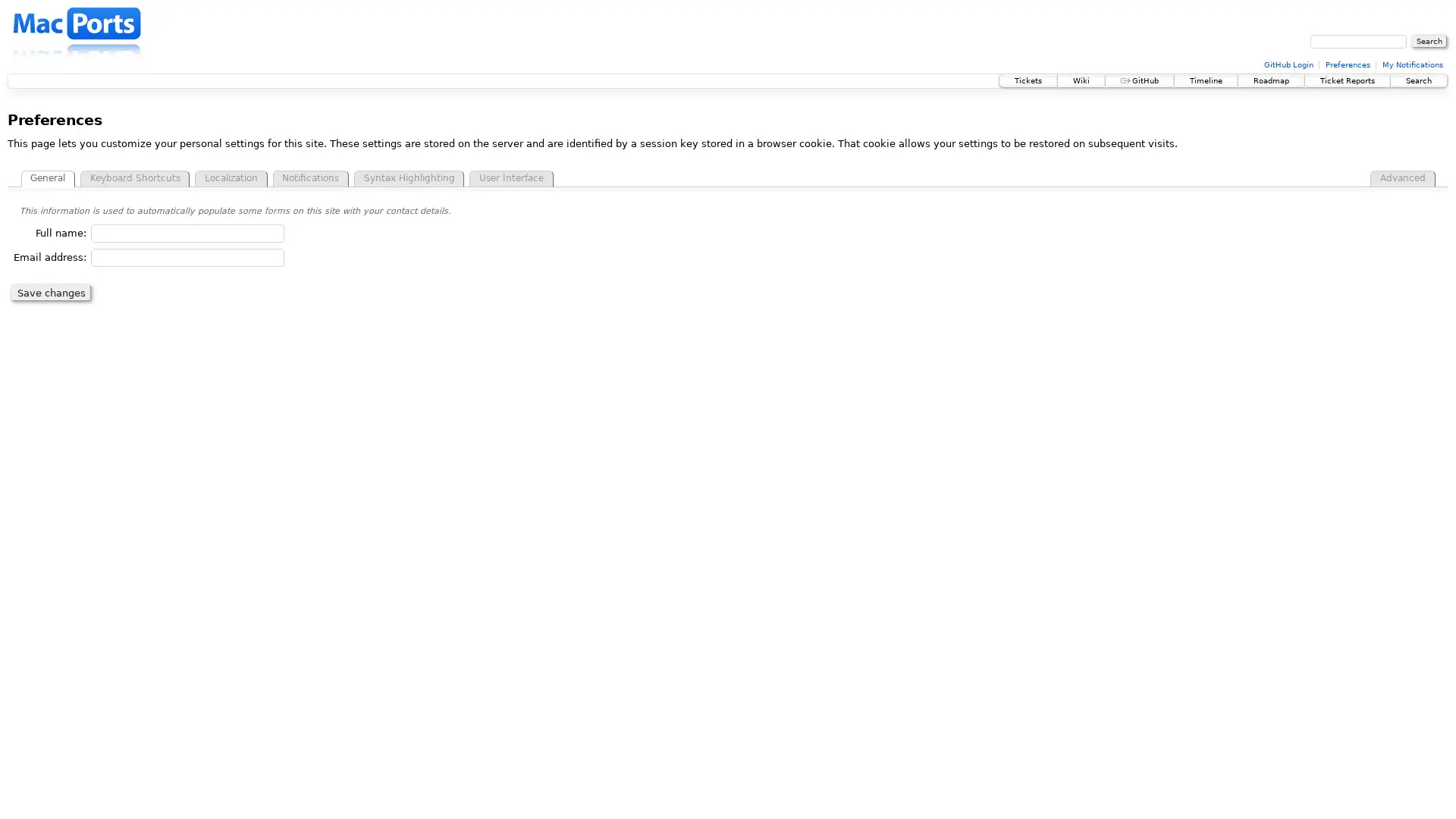 The width and height of the screenshot is (1456, 819). I want to click on Save changes, so click(51, 293).